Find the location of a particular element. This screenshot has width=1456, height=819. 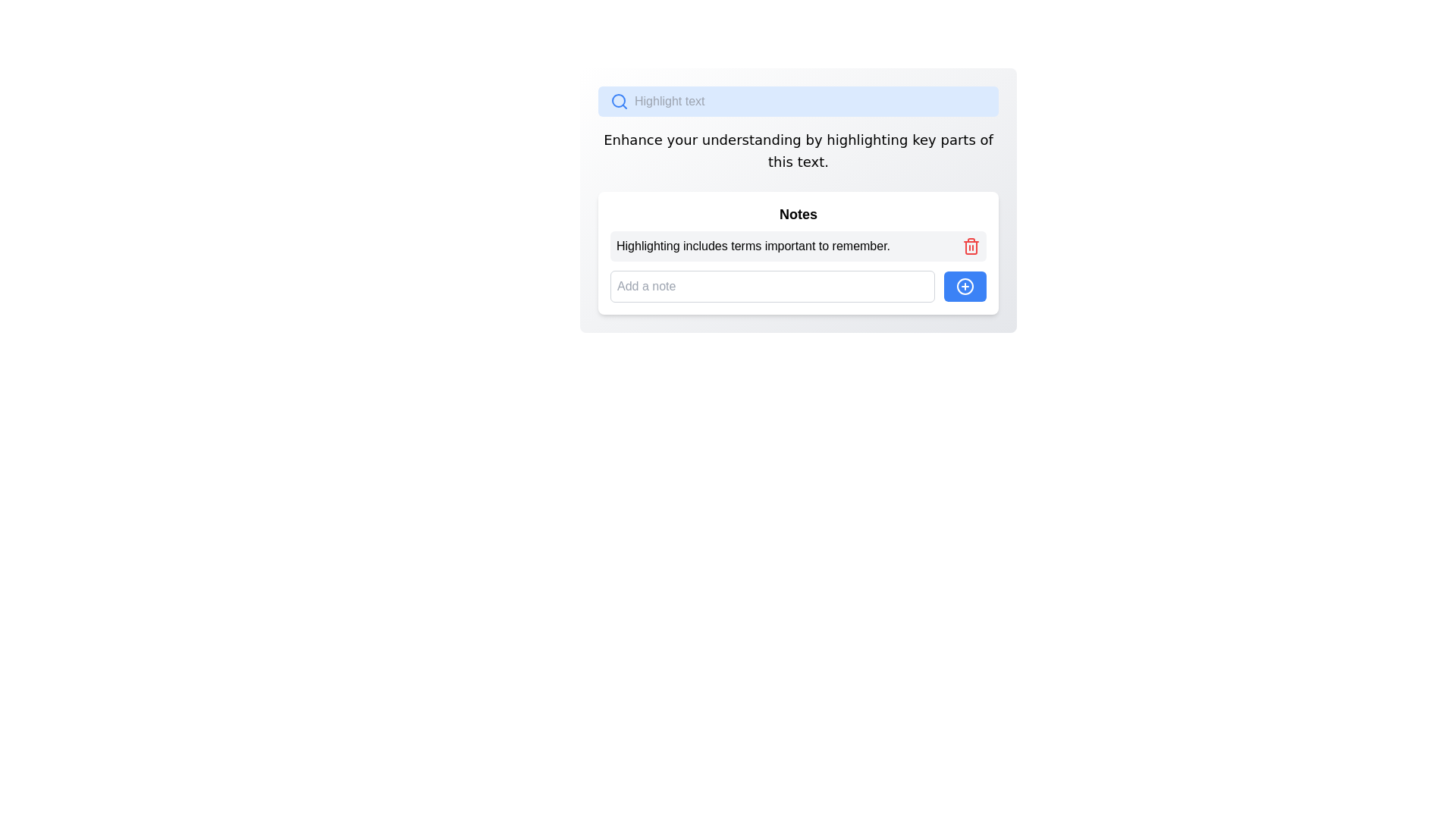

the letter within the word 'understanding' which is centrally located below the search bar and above the notes section is located at coordinates (788, 140).